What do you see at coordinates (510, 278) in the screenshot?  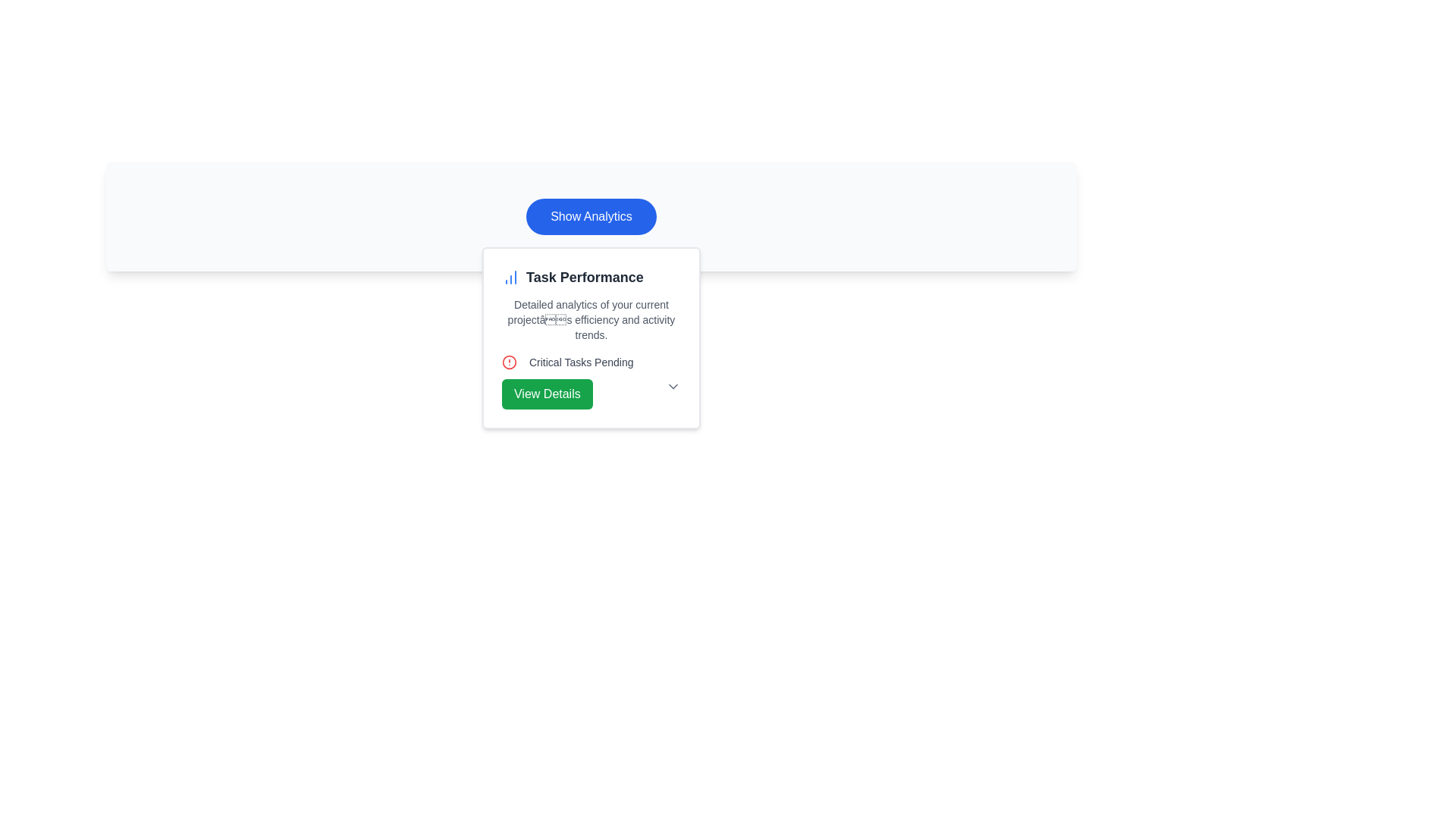 I see `the small blue bar chart icon located to the left of the text 'Task Performance' at the top of the 'Task Performance' card` at bounding box center [510, 278].